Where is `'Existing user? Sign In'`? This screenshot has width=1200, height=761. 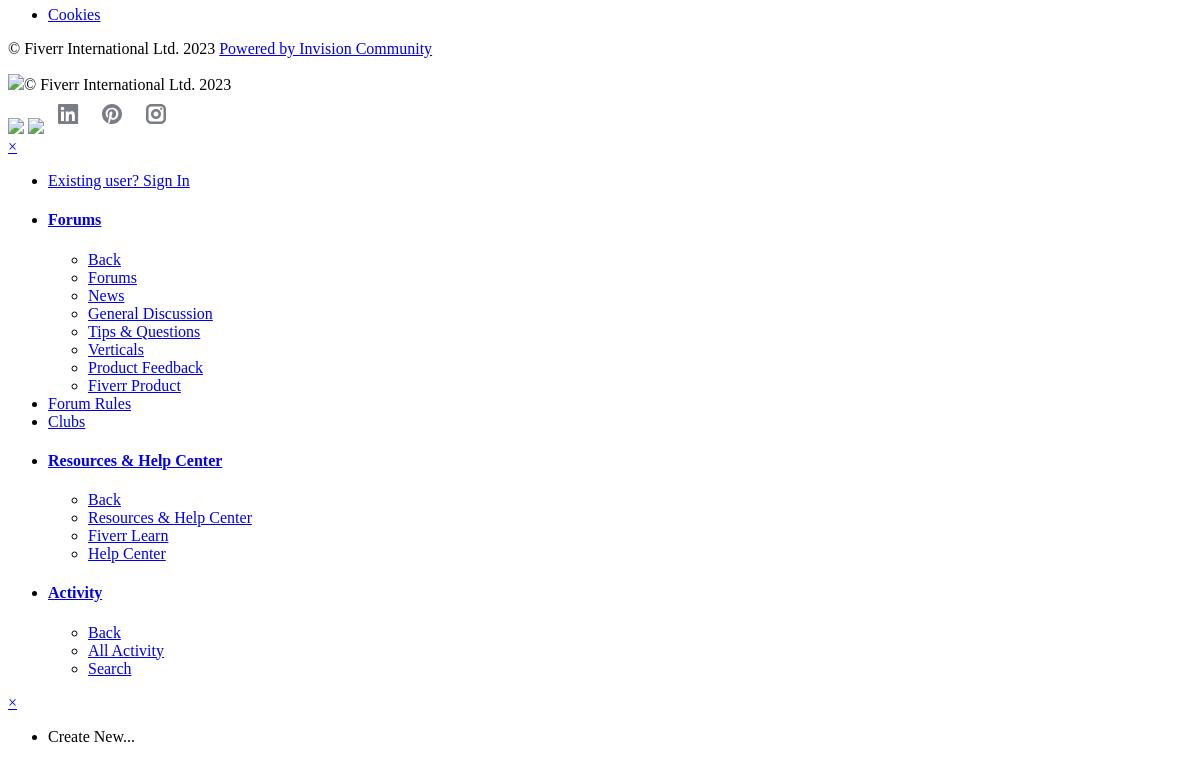 'Existing user? Sign In' is located at coordinates (118, 179).